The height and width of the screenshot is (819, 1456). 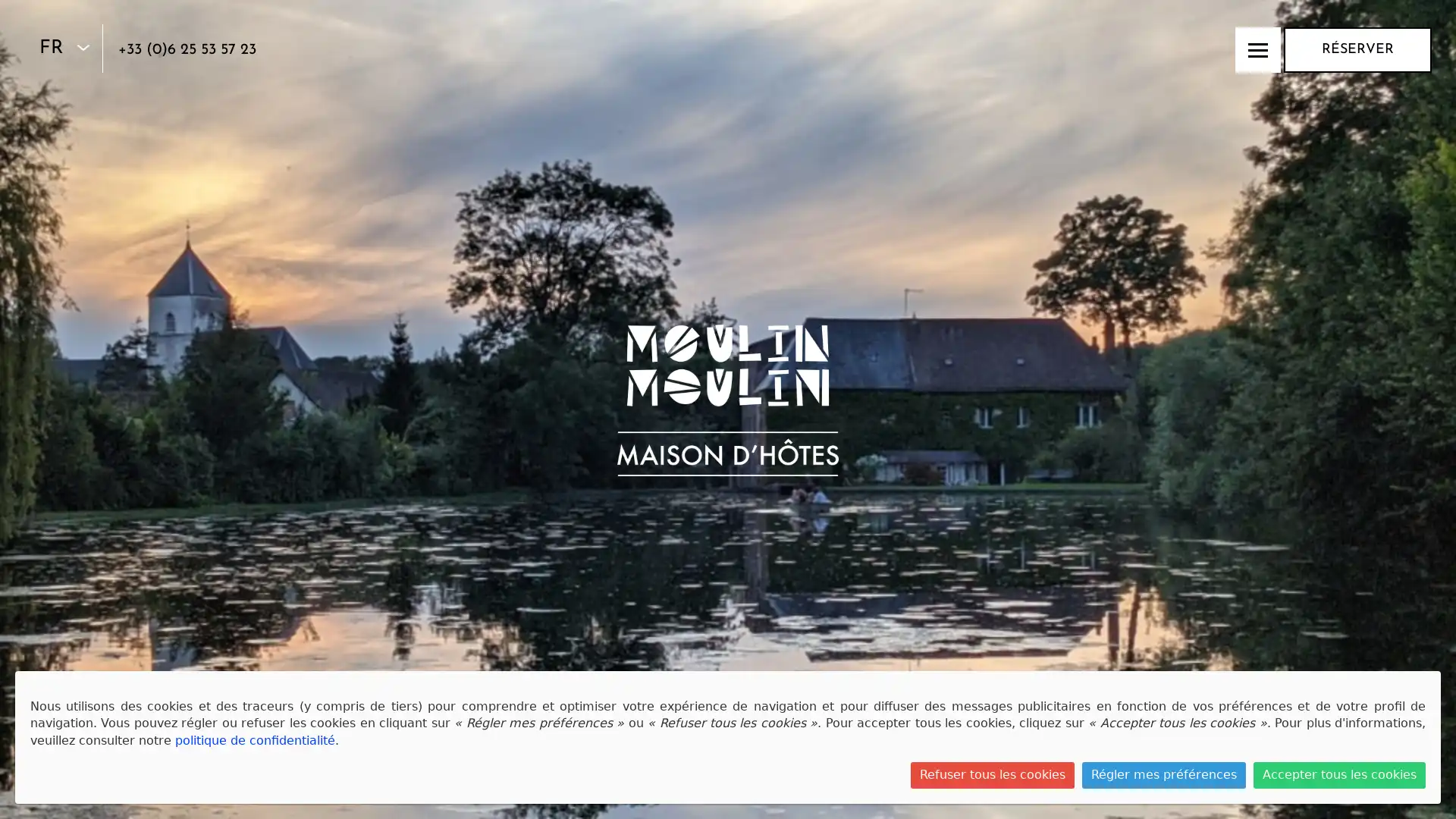 I want to click on Regler mes preferences, so click(x=1163, y=775).